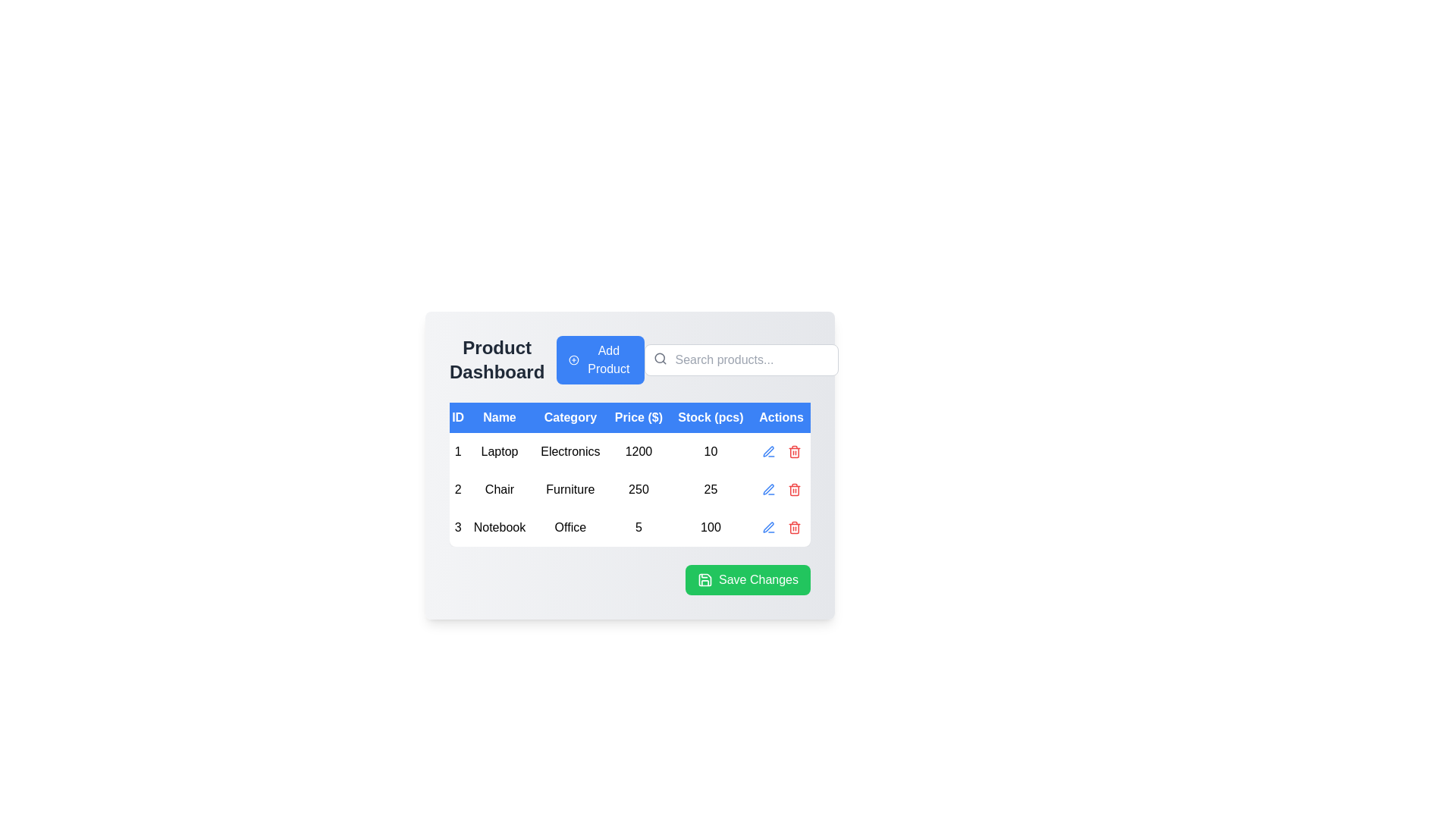 This screenshot has height=819, width=1456. What do you see at coordinates (748, 579) in the screenshot?
I see `the save button located in the lower-right corner of the footer of the information panel` at bounding box center [748, 579].